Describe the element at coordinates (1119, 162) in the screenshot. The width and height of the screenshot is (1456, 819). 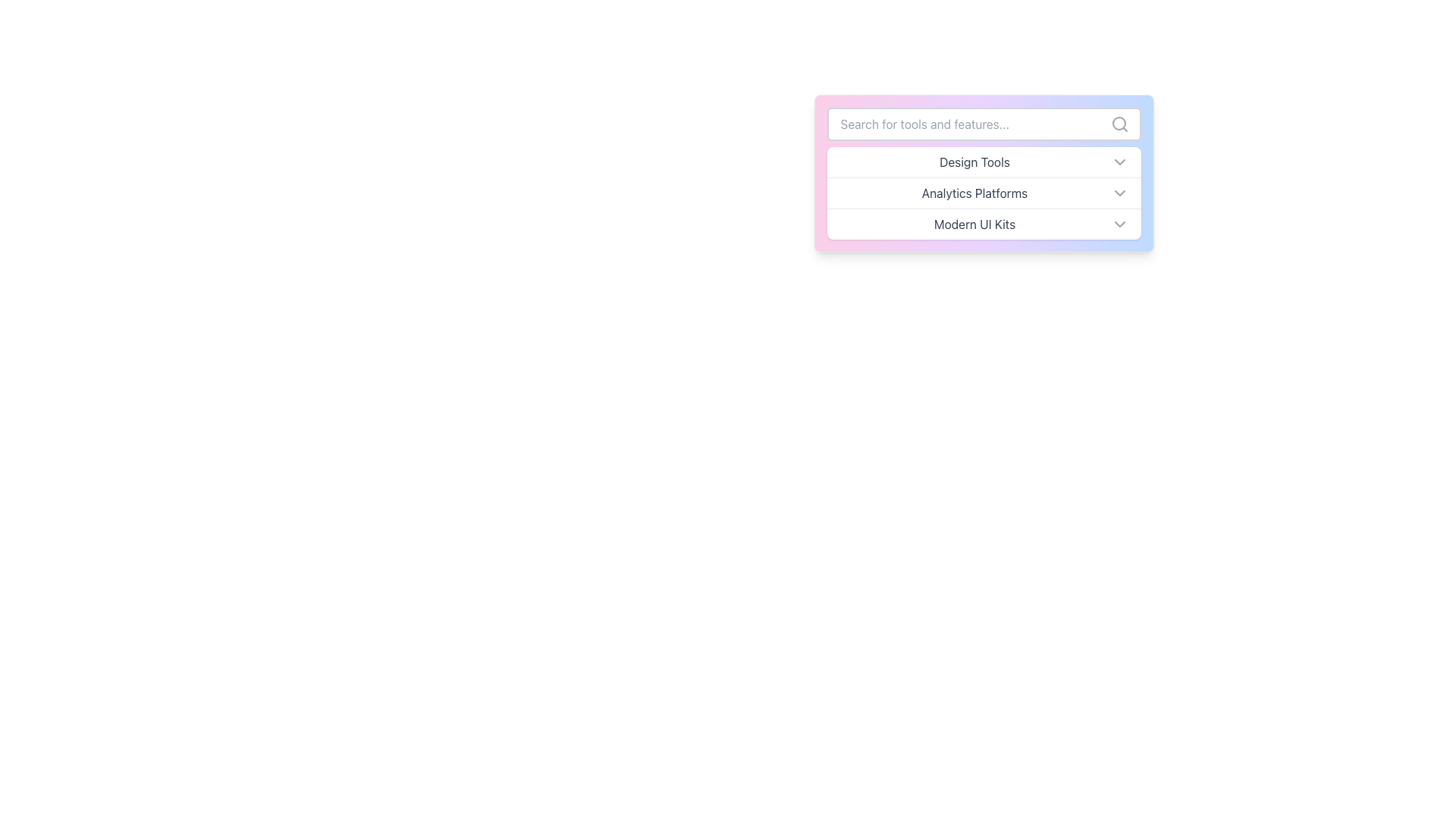
I see `the Chevron Down icon located on the extreme right side of the 'Design Tools' row in the dropdown menu` at that location.